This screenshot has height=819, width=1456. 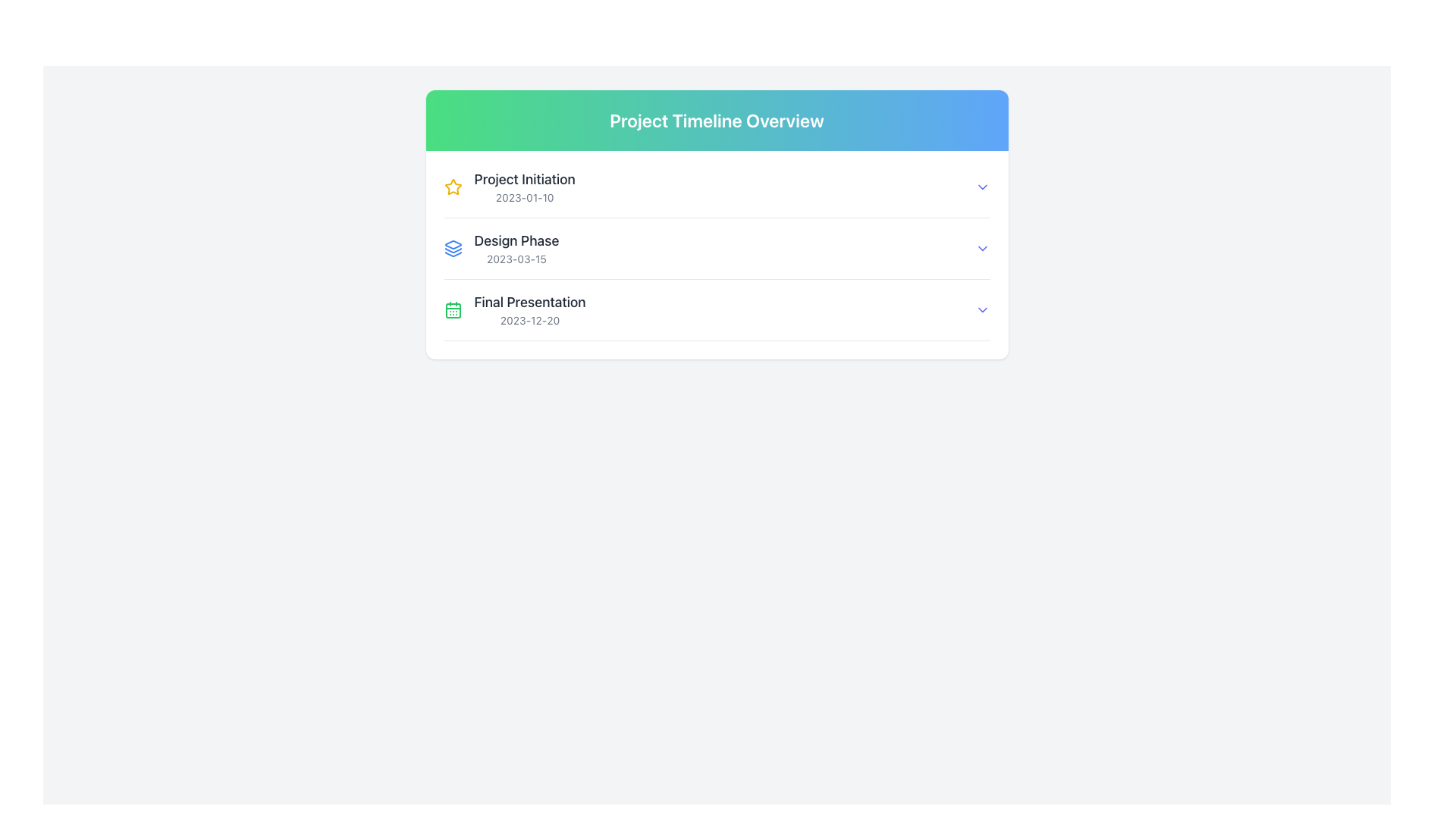 I want to click on the chevron icon located on the far-right side of the 'Final Presentation' entry, so click(x=982, y=309).